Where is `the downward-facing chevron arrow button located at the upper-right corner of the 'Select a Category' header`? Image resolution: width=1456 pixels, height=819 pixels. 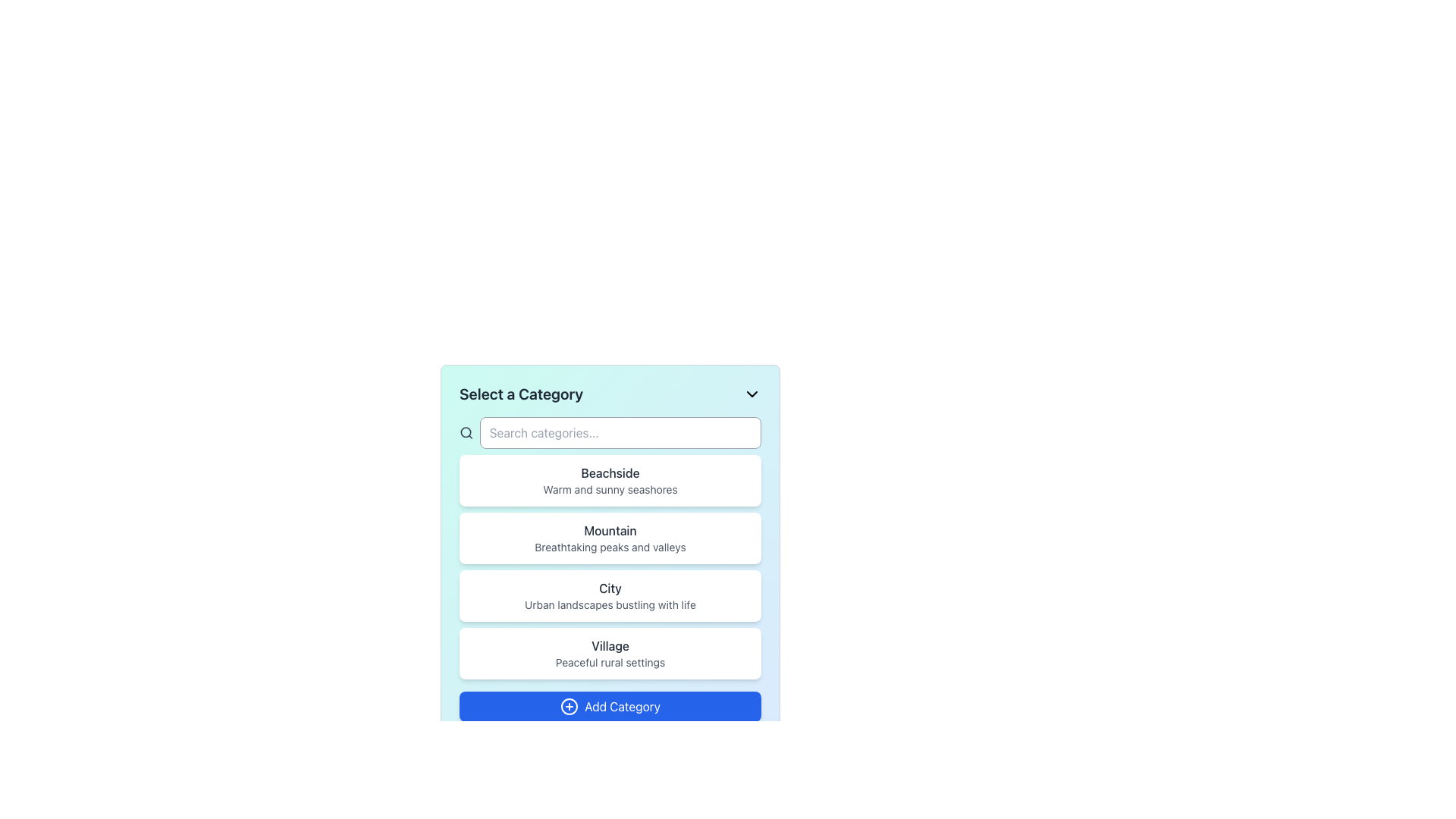
the downward-facing chevron arrow button located at the upper-right corner of the 'Select a Category' header is located at coordinates (752, 394).